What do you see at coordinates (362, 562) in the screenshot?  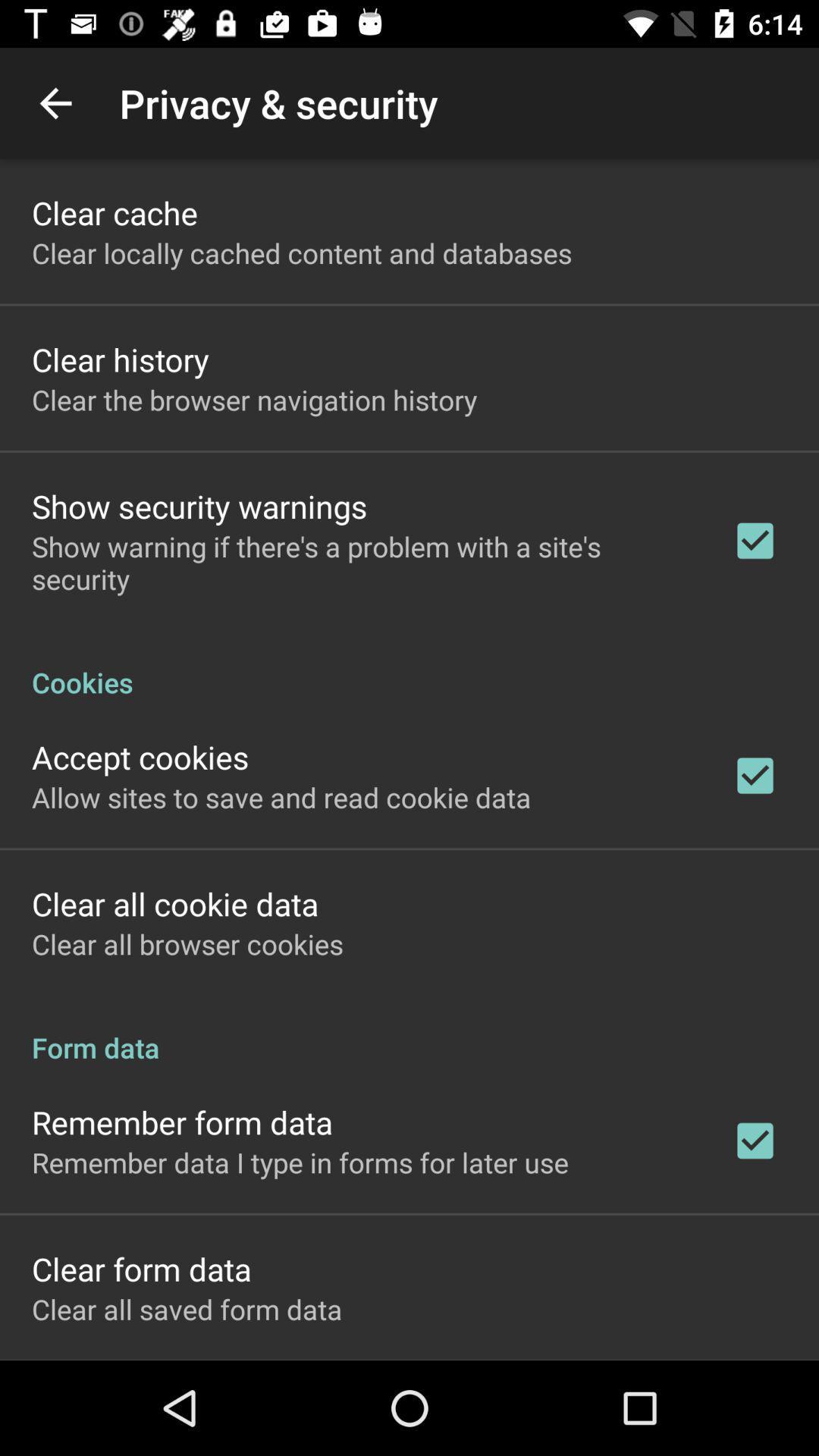 I see `the show warning if app` at bounding box center [362, 562].